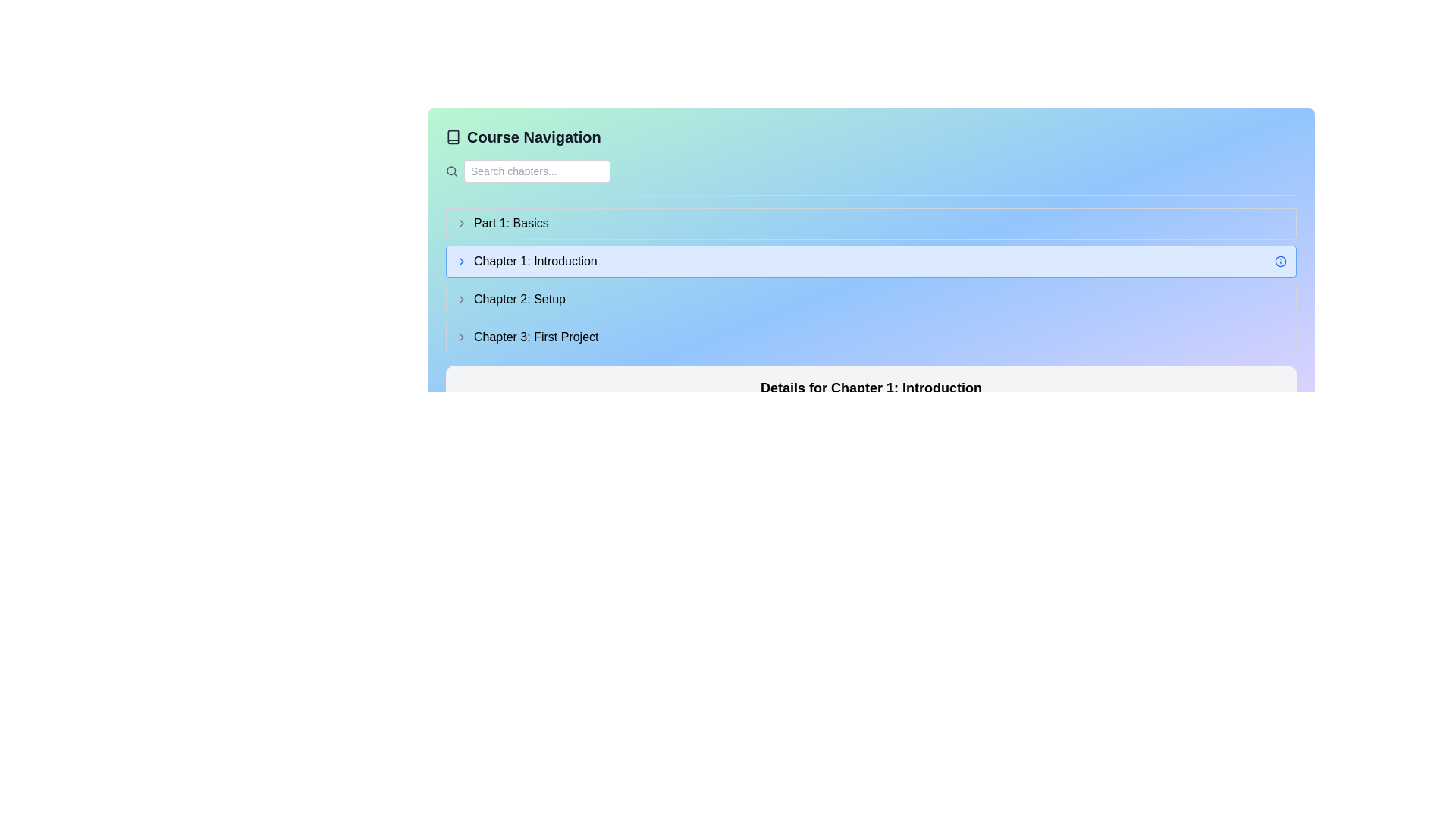  I want to click on text content of the text label displaying 'Details for Chapter 1: Introduction', which is styled in bold and larger font size, positioned above the text 'Overview and objectives', so click(871, 388).